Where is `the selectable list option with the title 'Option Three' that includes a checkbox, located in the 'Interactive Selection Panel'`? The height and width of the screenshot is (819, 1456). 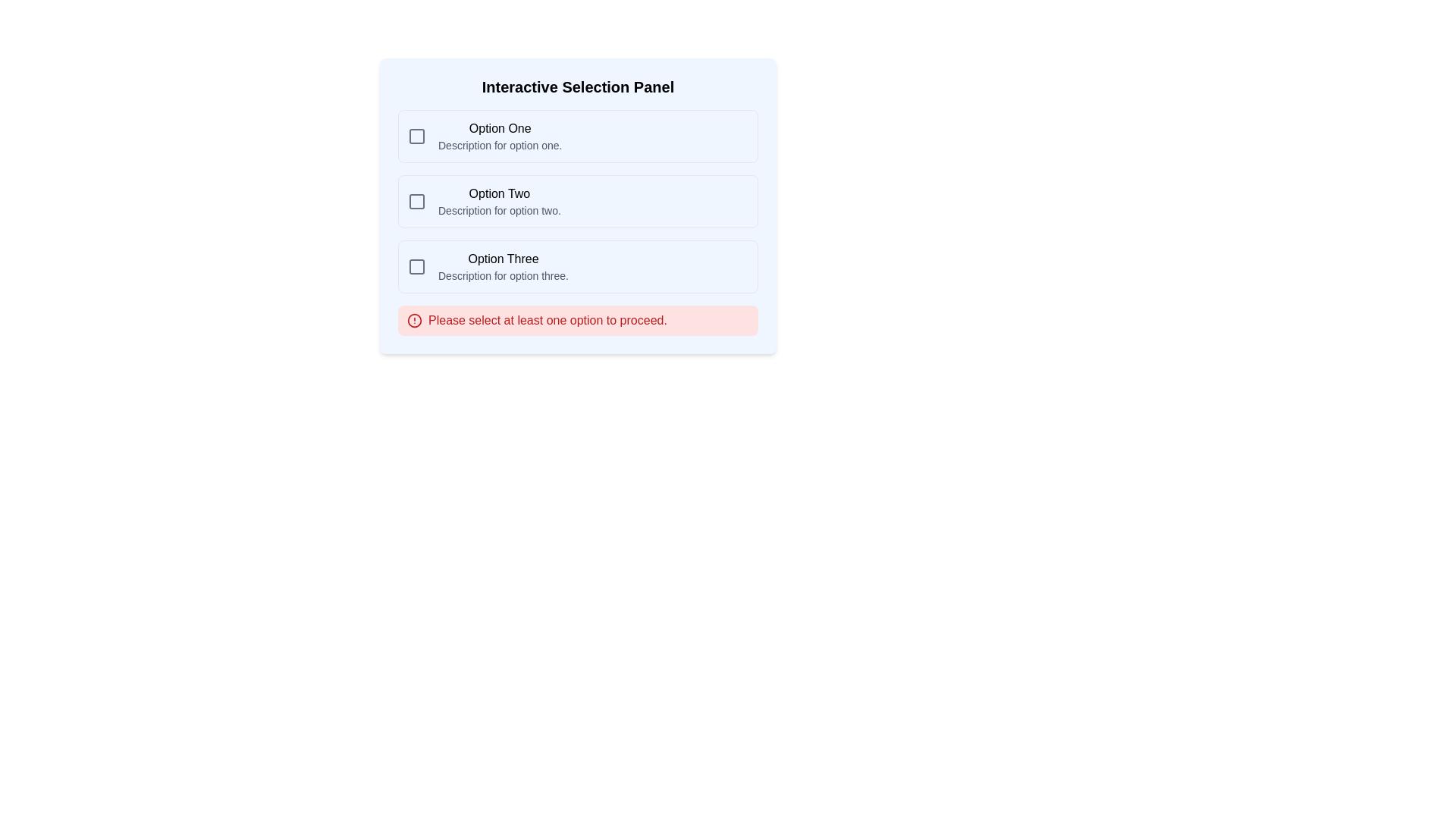
the selectable list option with the title 'Option Three' that includes a checkbox, located in the 'Interactive Selection Panel' is located at coordinates (577, 265).